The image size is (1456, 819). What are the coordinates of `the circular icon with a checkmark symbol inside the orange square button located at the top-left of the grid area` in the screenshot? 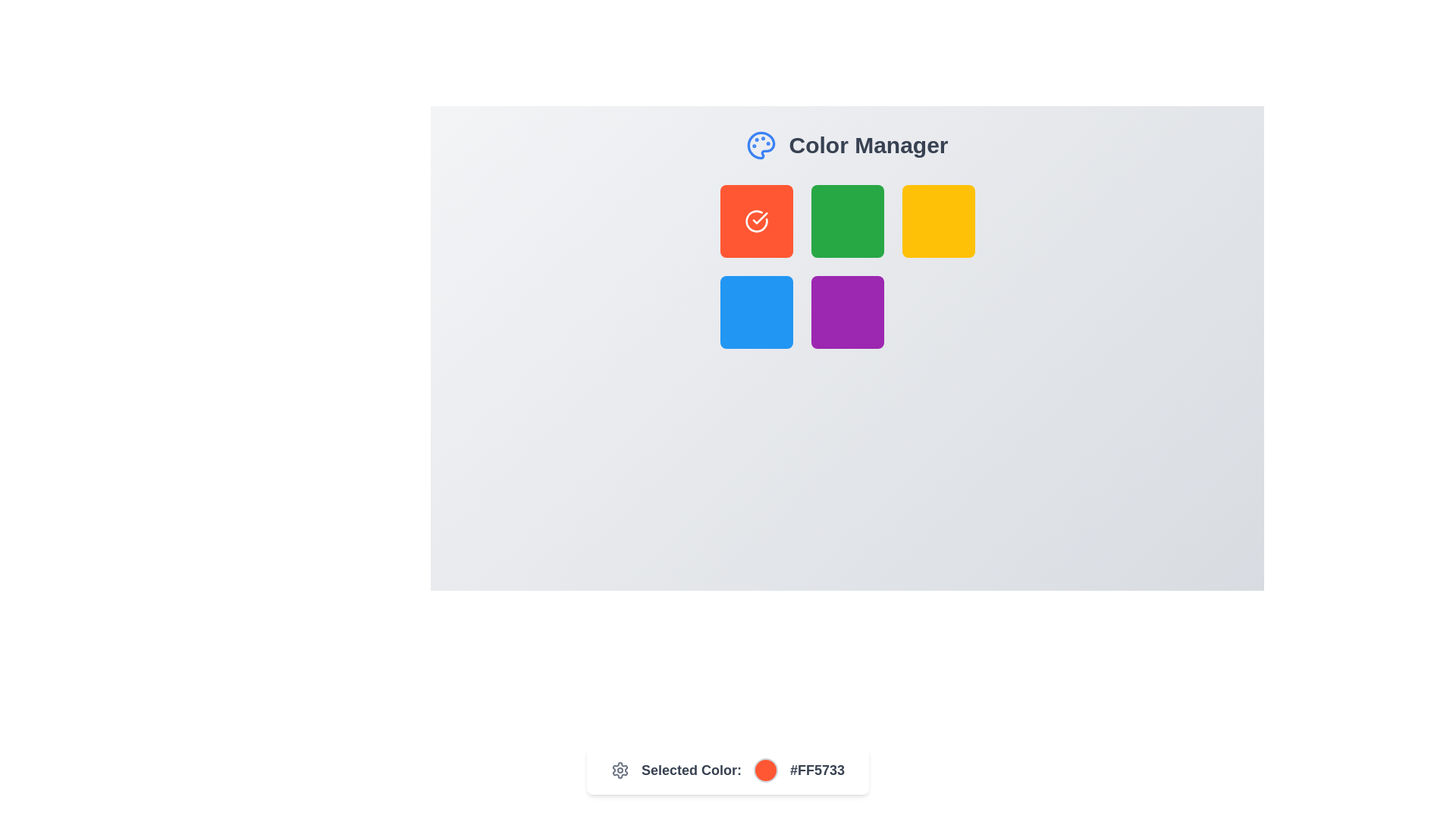 It's located at (756, 221).